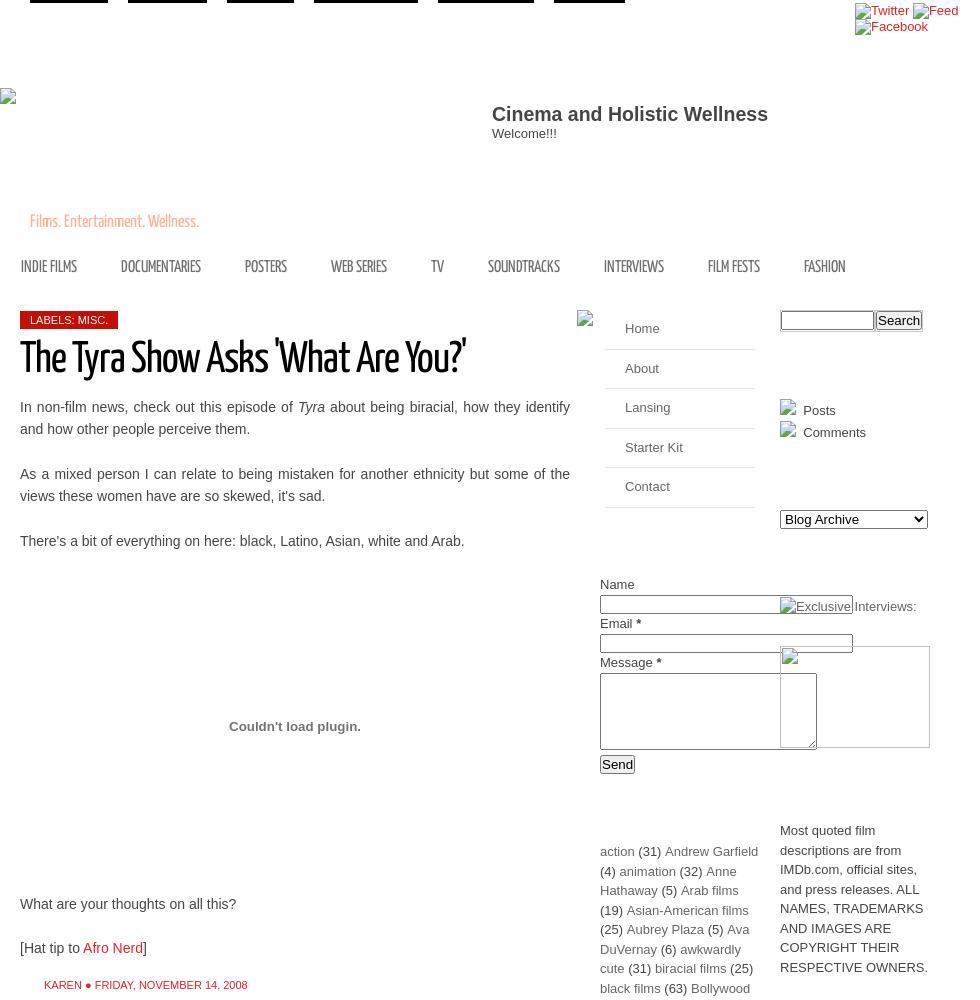 The height and width of the screenshot is (1000, 980). I want to click on '(63)', so click(664, 986).